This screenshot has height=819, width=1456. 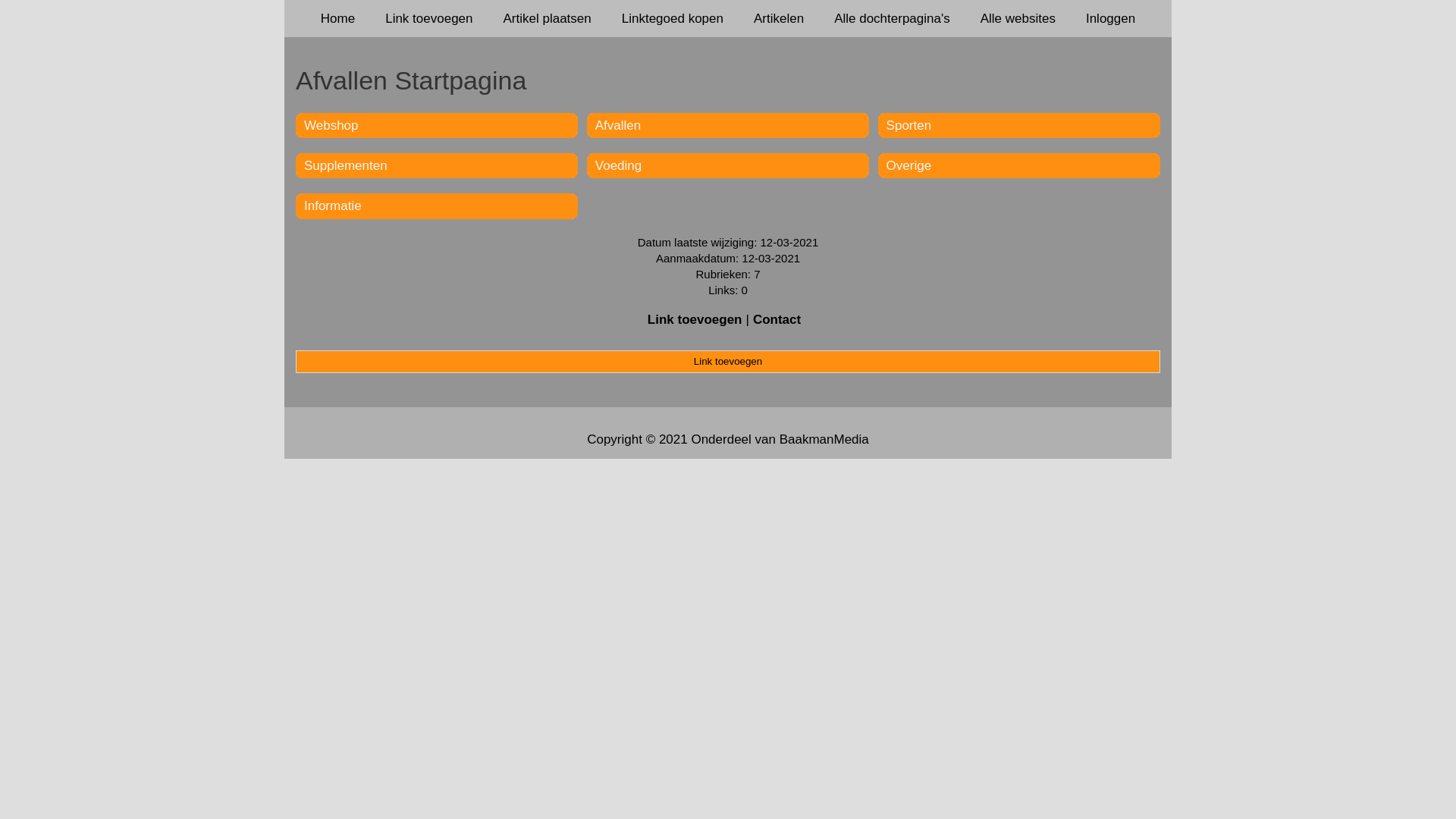 What do you see at coordinates (892, 18) in the screenshot?
I see `'Alle dochterpagina's'` at bounding box center [892, 18].